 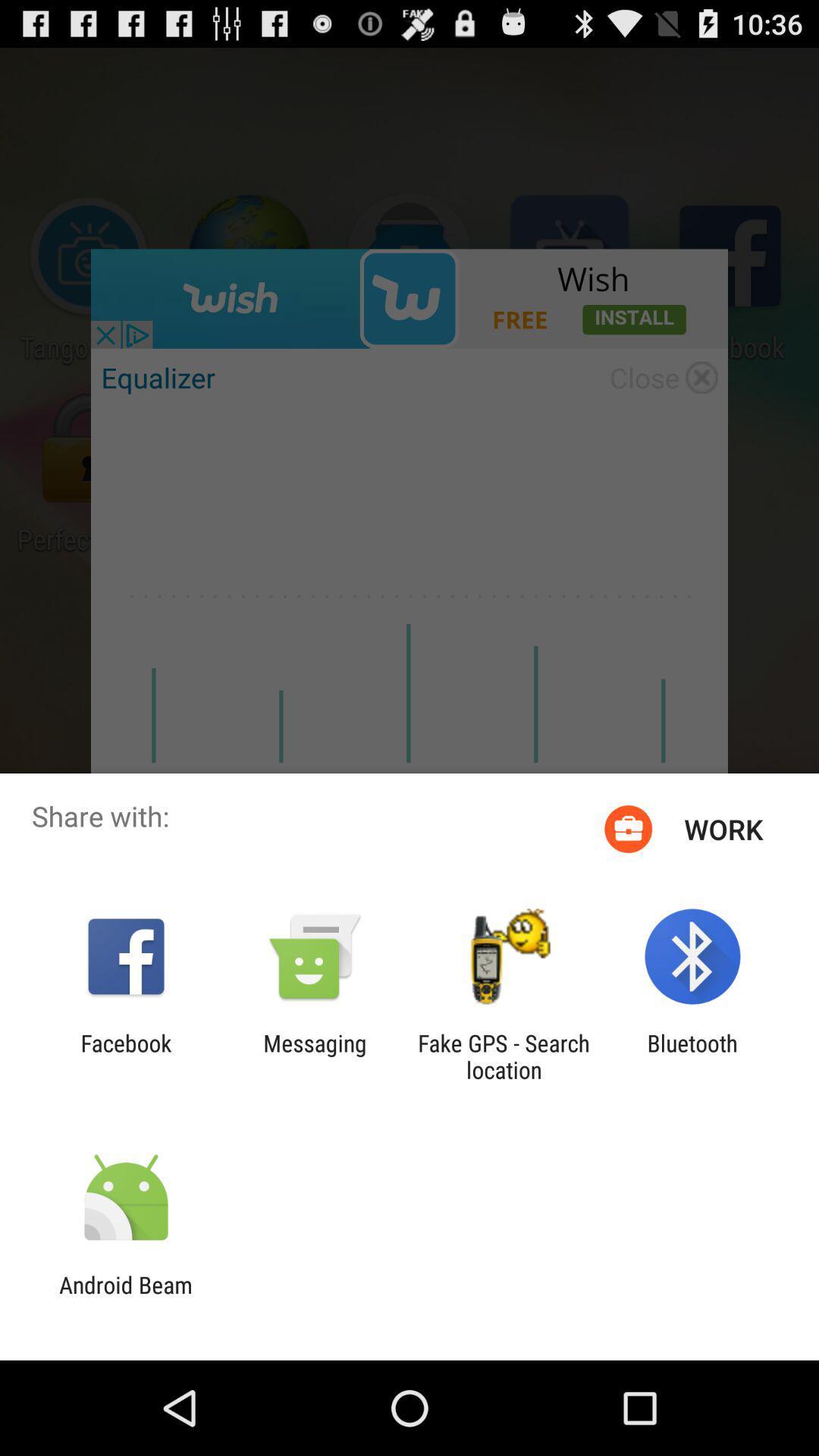 What do you see at coordinates (504, 1056) in the screenshot?
I see `app to the left of the bluetooth icon` at bounding box center [504, 1056].